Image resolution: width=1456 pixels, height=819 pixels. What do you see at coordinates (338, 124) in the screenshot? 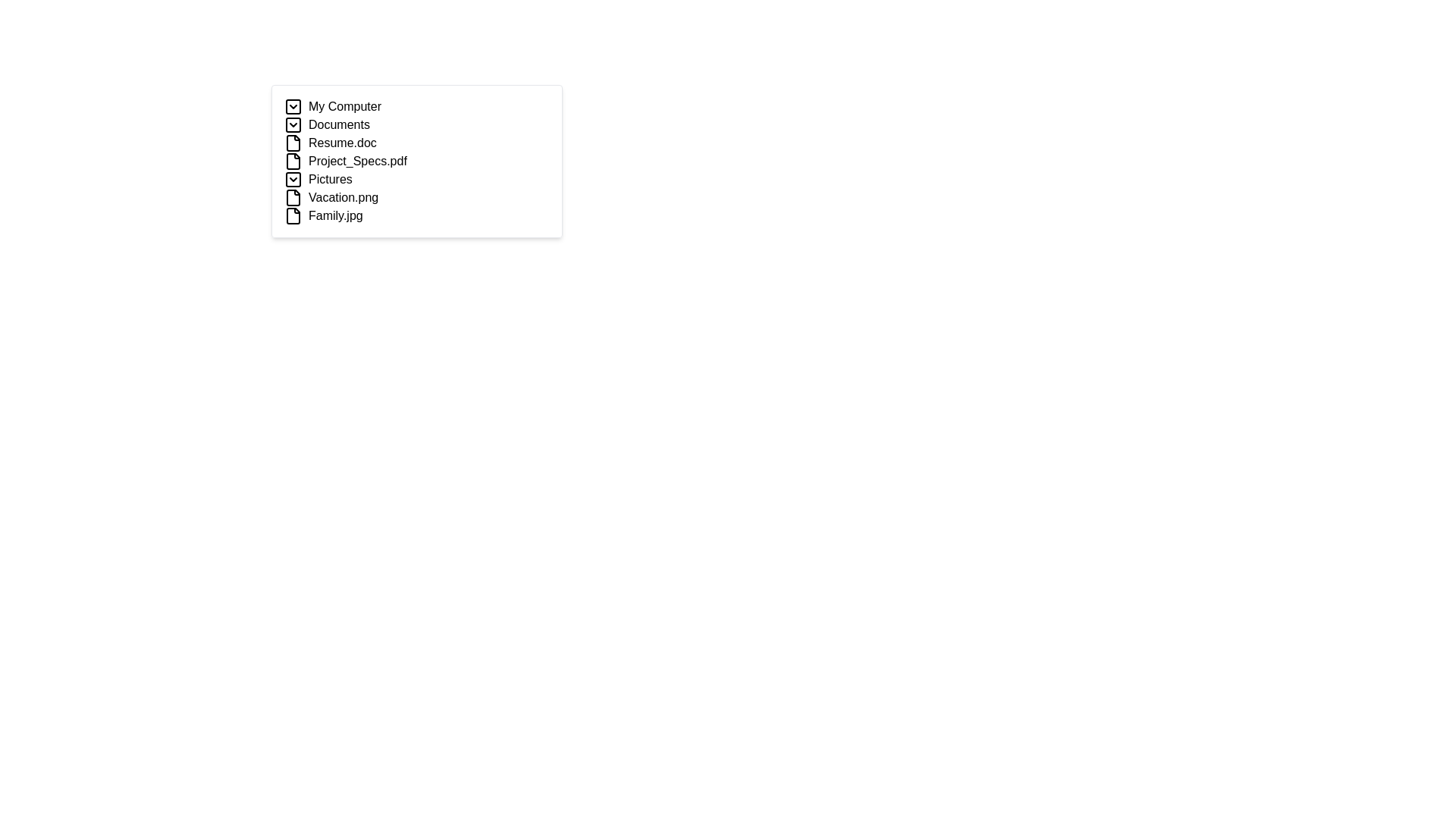
I see `the 'Documents' label` at bounding box center [338, 124].